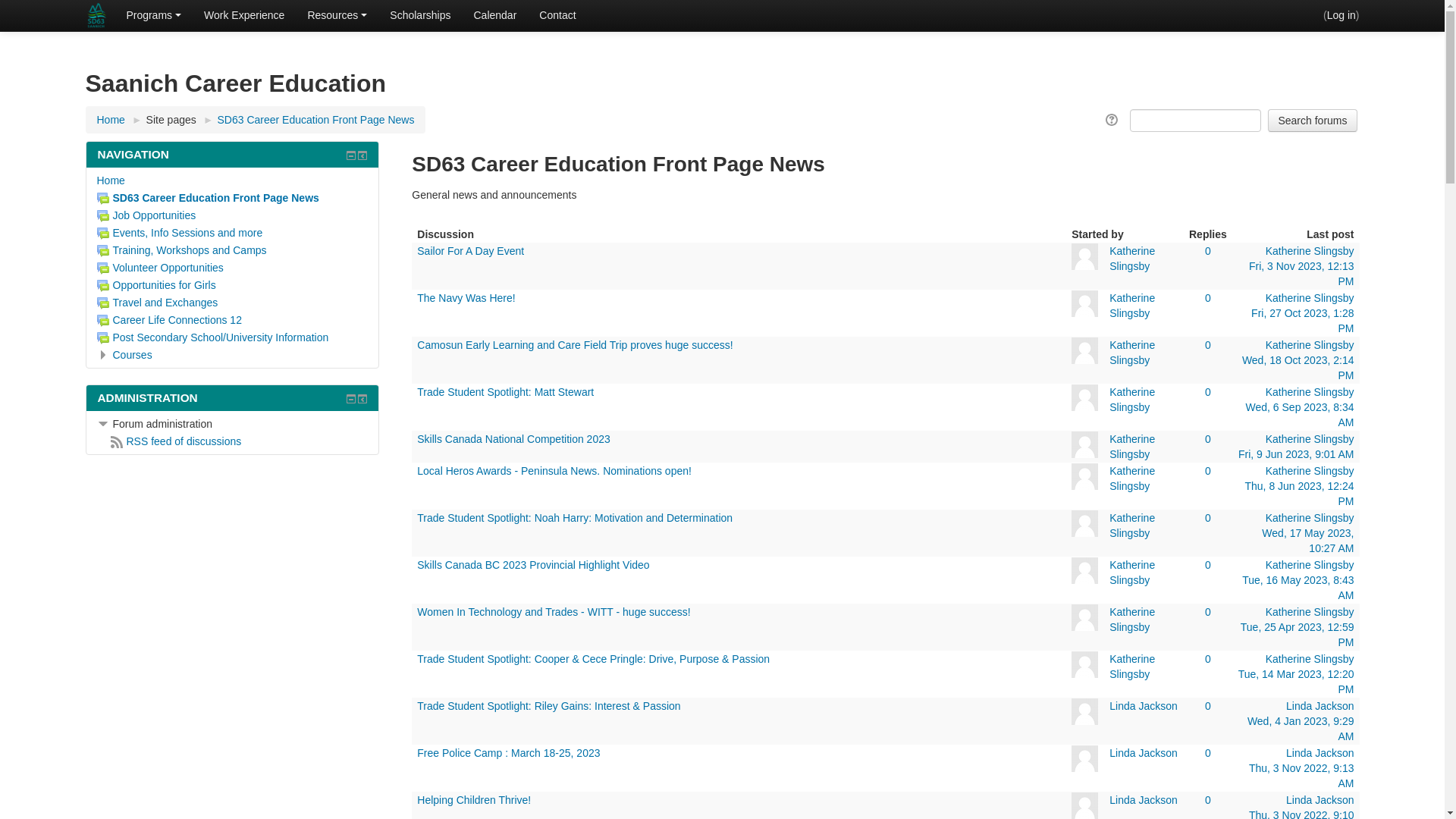 The width and height of the screenshot is (1456, 819). Describe the element at coordinates (417, 799) in the screenshot. I see `'Helping Children Thrive!'` at that location.